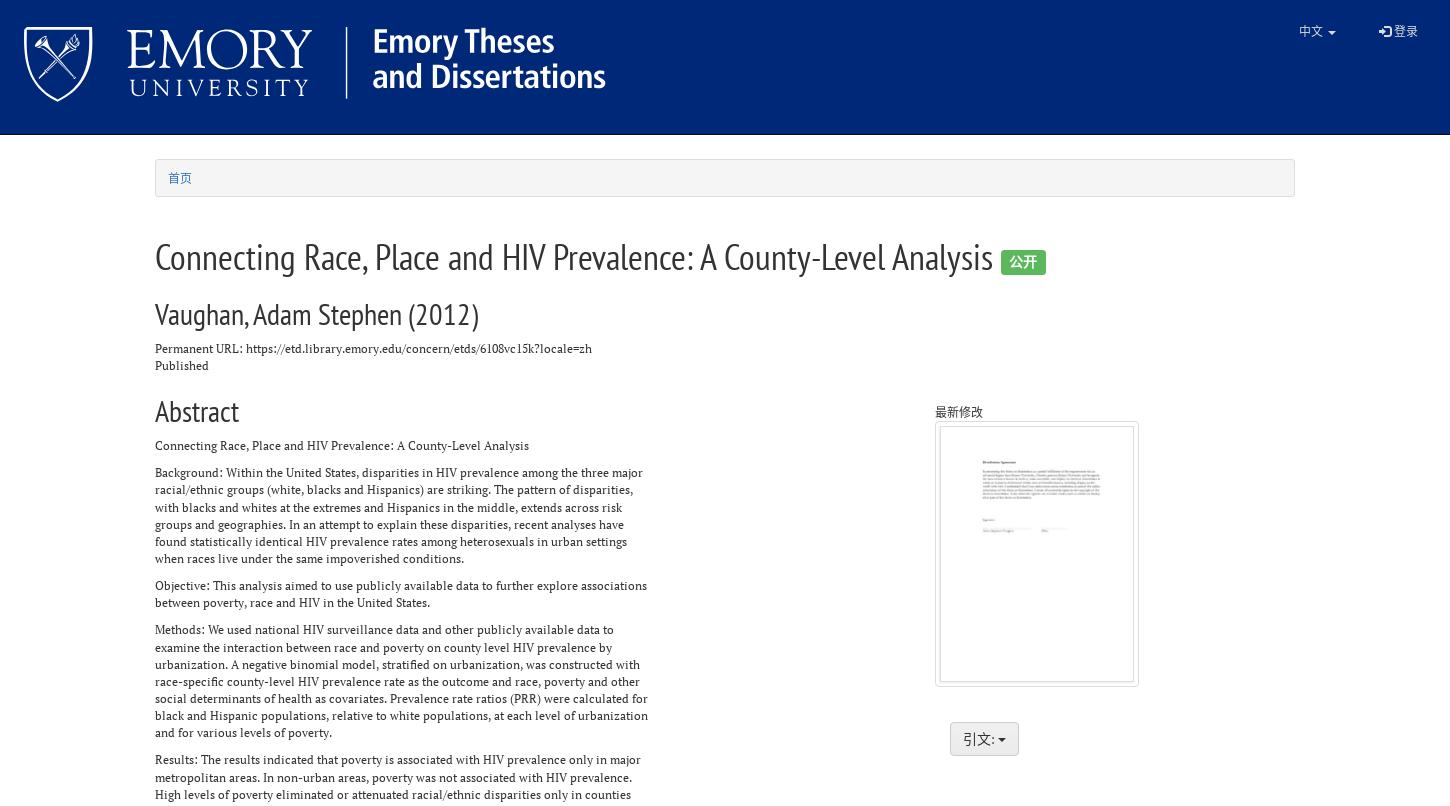 The width and height of the screenshot is (1450, 806). I want to click on 'Background: Within the United States, disparities in HIV
prevalence among the three major', so click(154, 471).